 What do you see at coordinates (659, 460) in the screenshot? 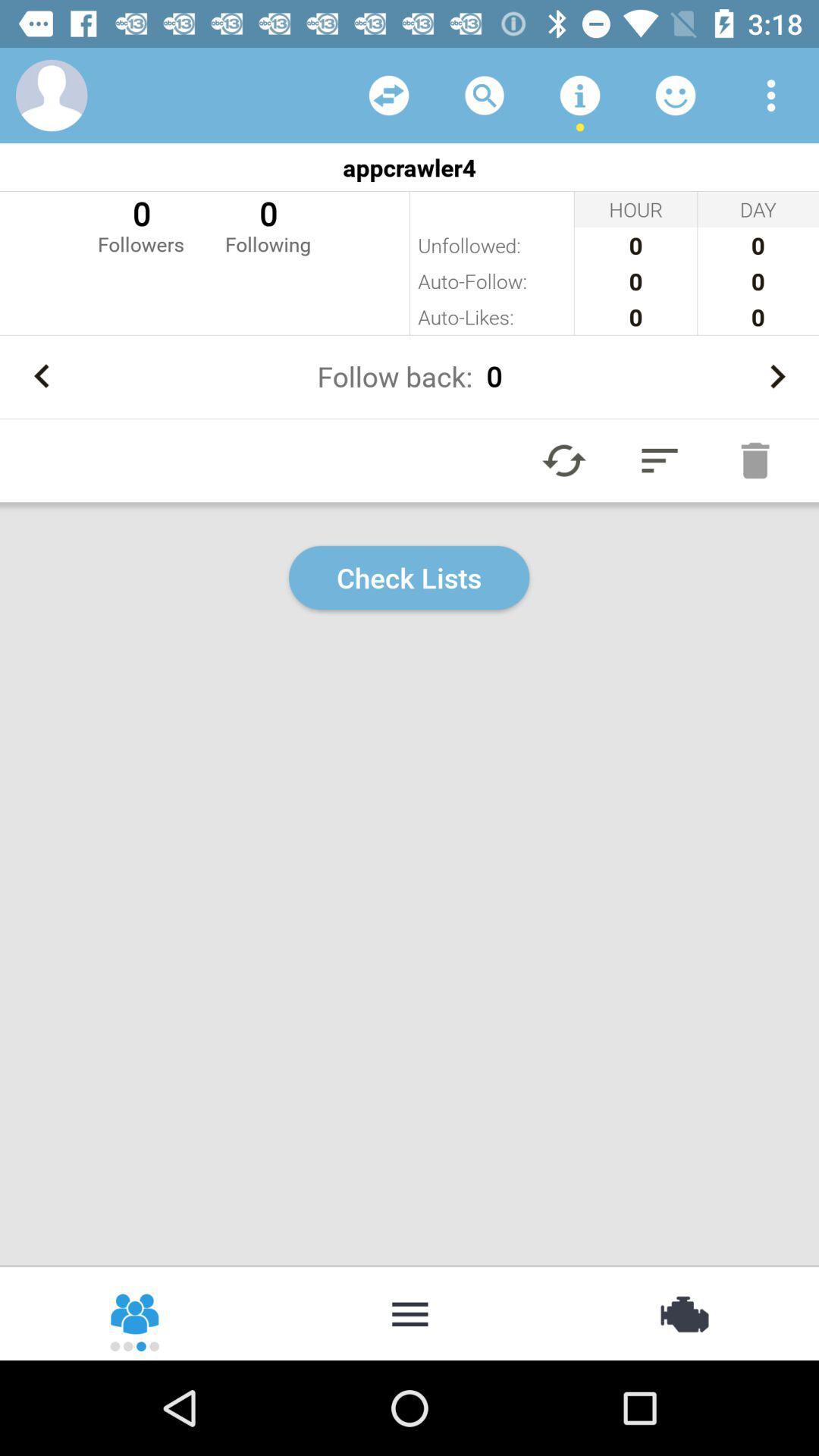
I see `the filter_list icon` at bounding box center [659, 460].